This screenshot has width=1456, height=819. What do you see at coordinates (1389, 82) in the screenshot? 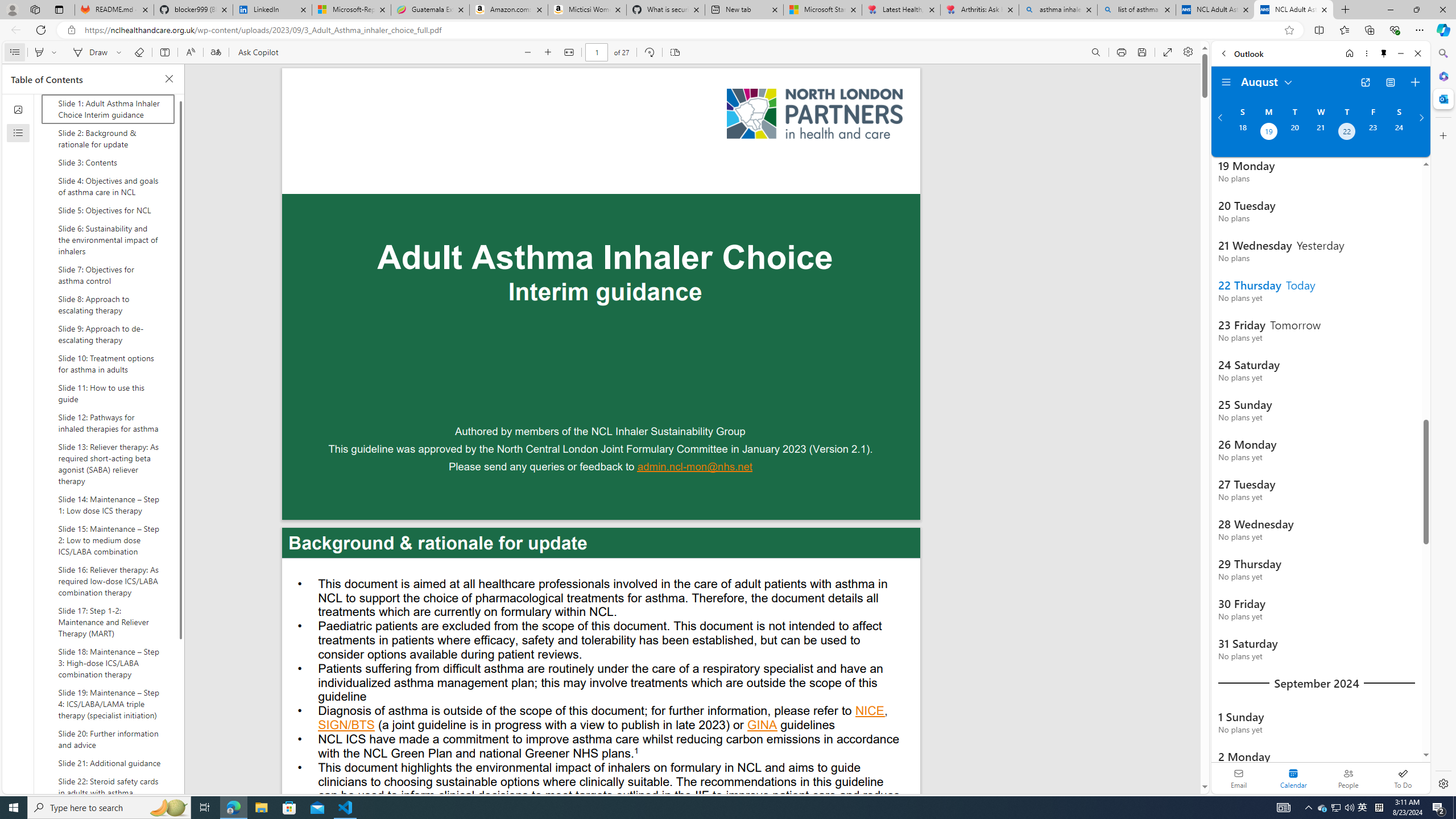
I see `'View Switcher. Current view is Agenda view'` at bounding box center [1389, 82].